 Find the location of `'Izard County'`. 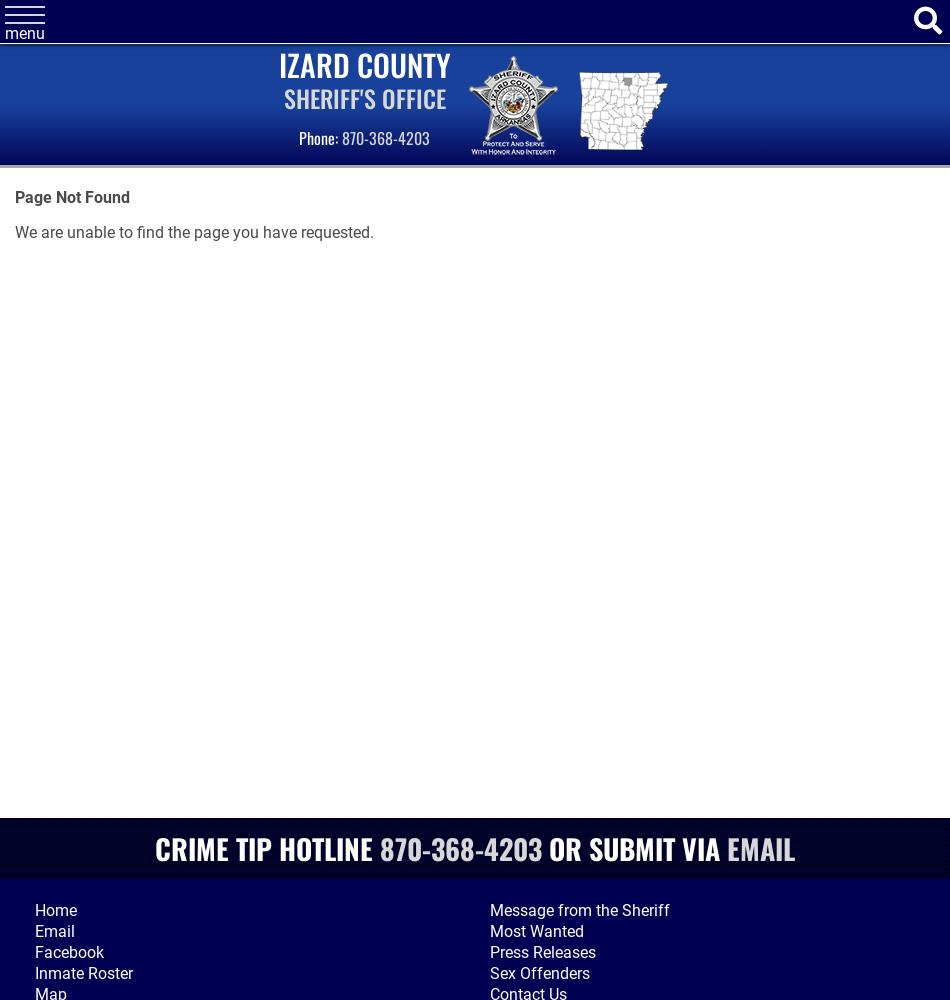

'Izard County' is located at coordinates (363, 63).